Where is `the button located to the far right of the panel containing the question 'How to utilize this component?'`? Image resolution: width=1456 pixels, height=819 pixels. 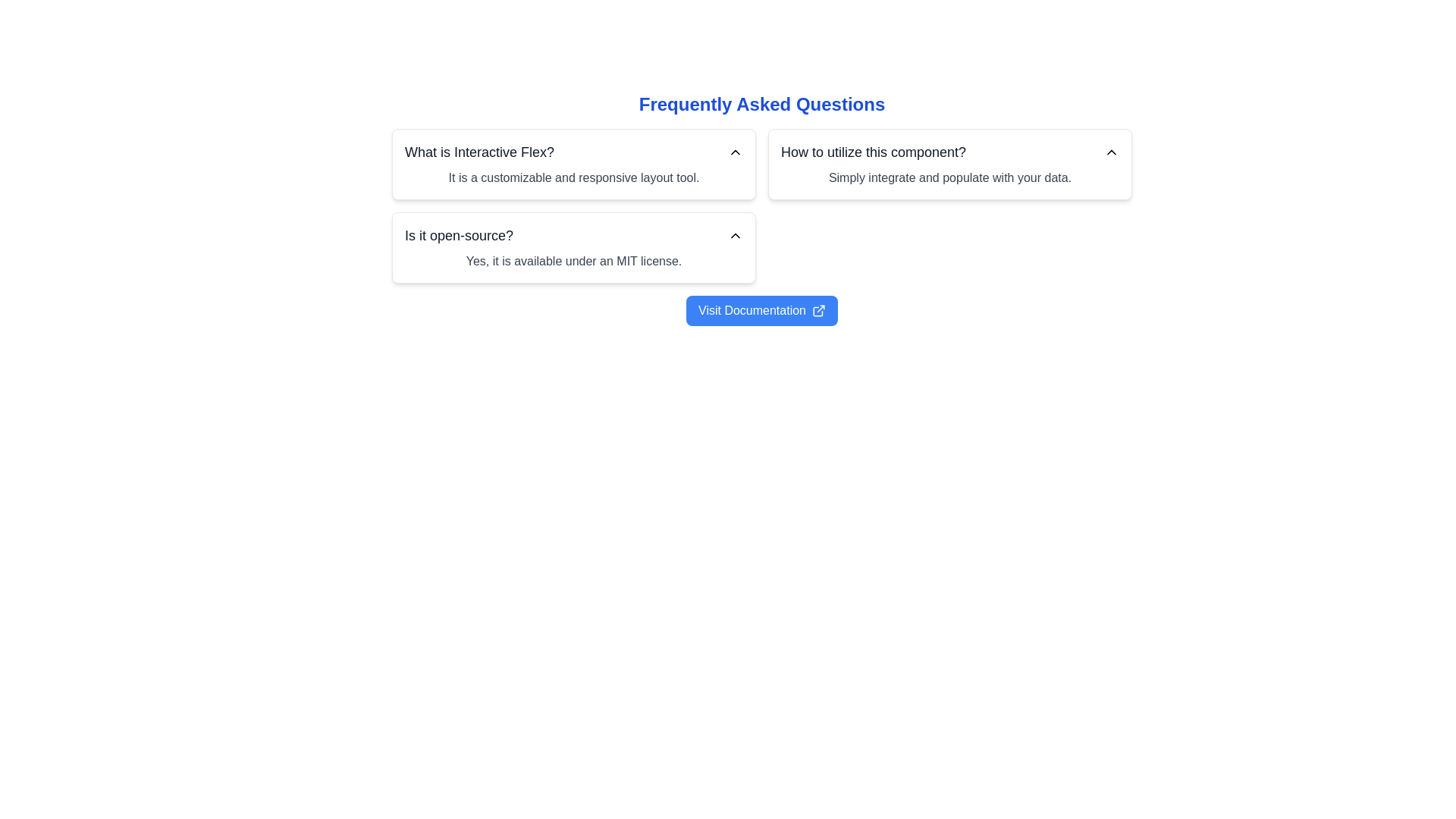 the button located to the far right of the panel containing the question 'How to utilize this component?' is located at coordinates (1111, 152).